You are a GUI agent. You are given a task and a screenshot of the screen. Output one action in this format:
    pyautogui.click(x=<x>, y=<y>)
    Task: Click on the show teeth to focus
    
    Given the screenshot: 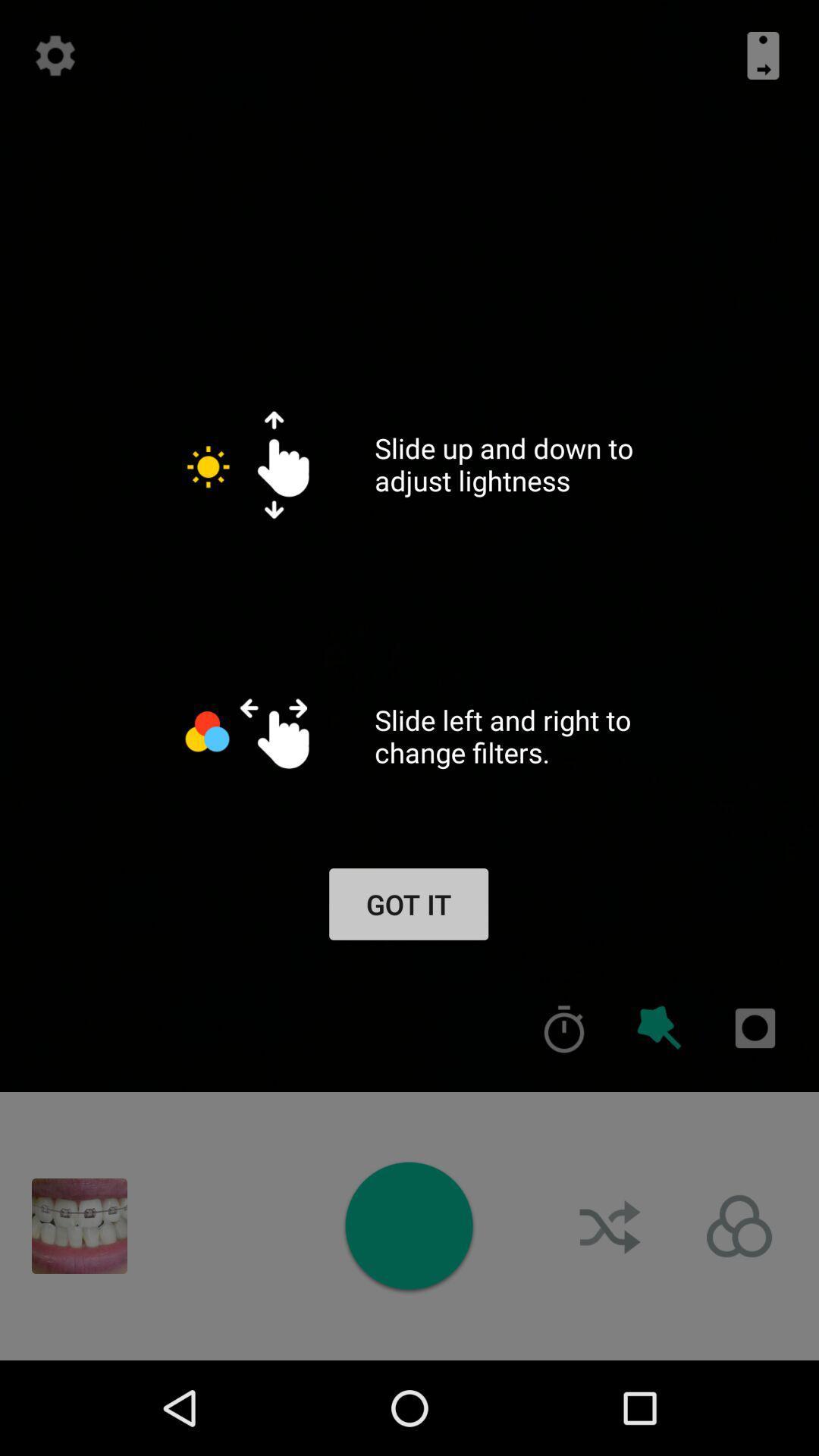 What is the action you would take?
    pyautogui.click(x=79, y=1226)
    